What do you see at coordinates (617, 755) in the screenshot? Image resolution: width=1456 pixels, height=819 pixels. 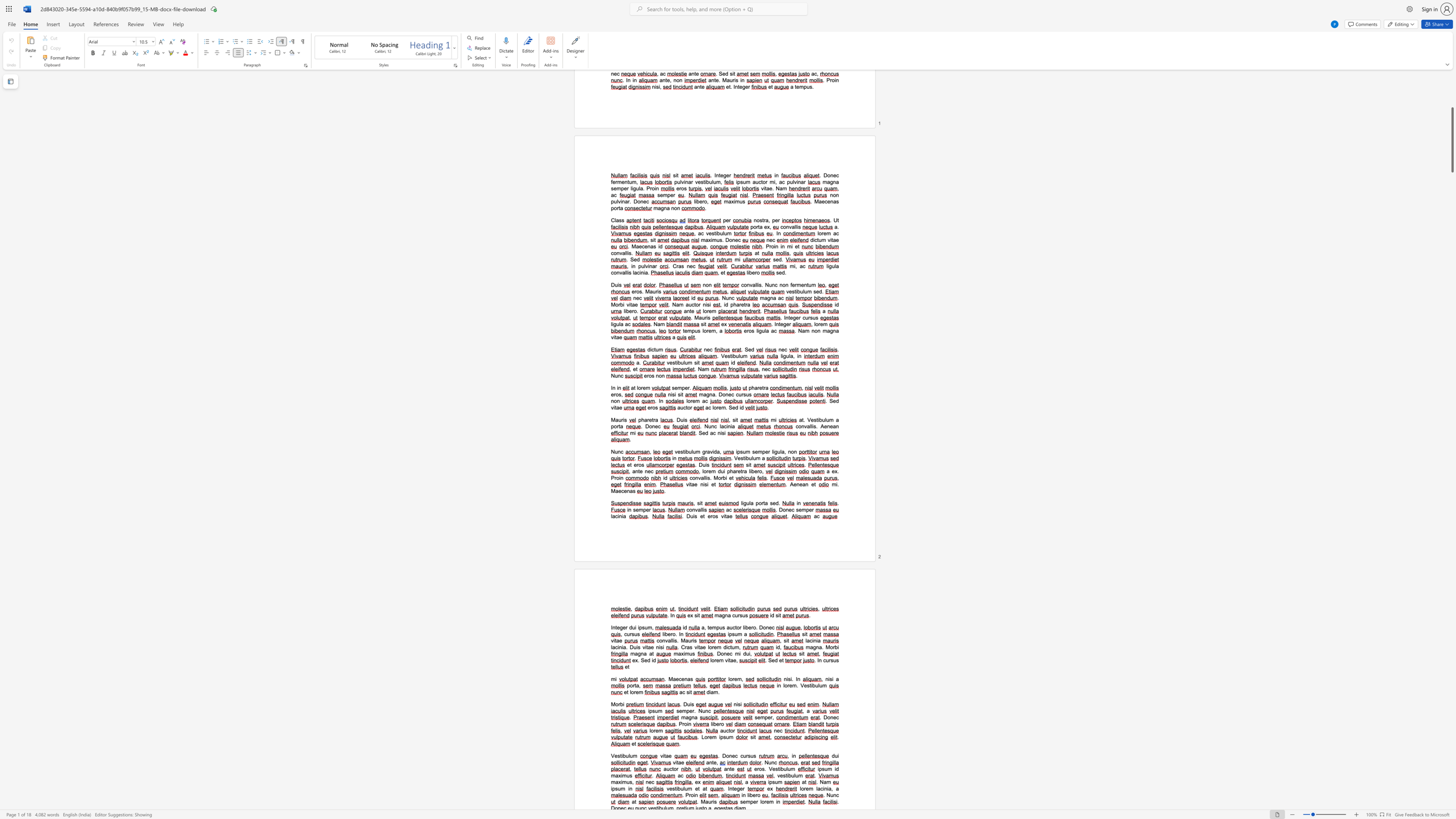 I see `the space between the continuous character "e" and "s" in the text` at bounding box center [617, 755].